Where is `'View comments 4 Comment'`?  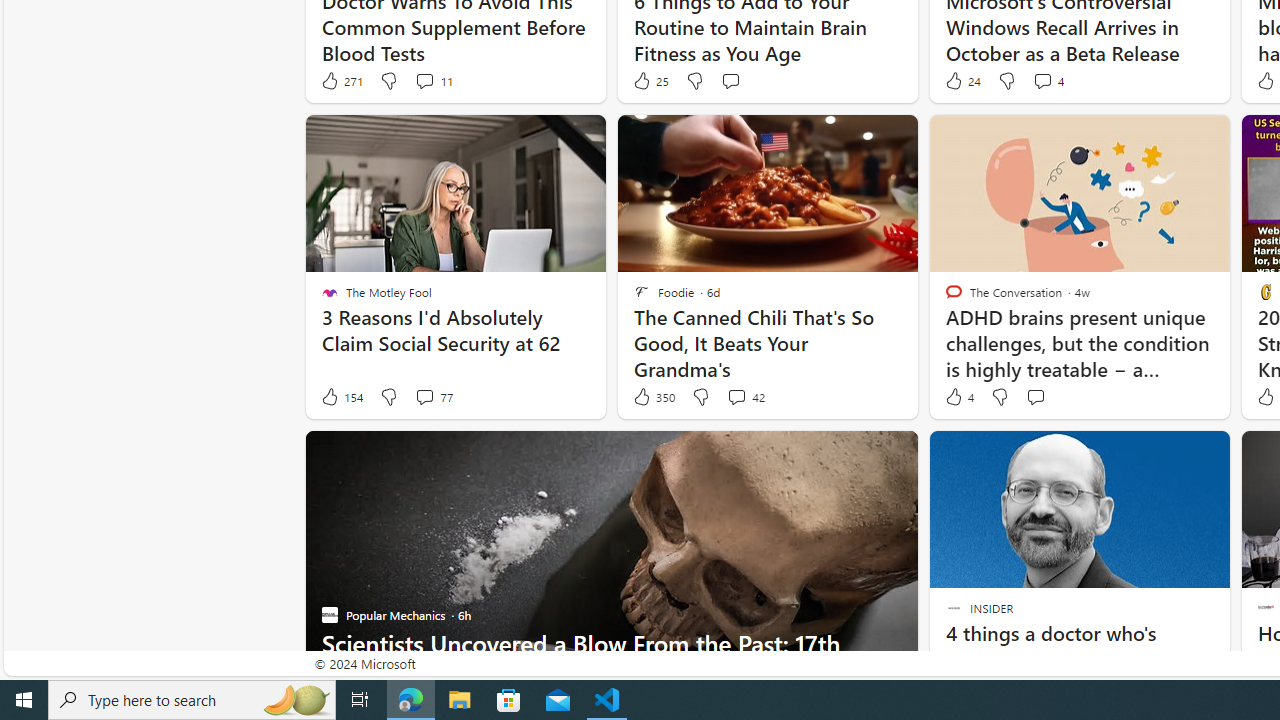
'View comments 4 Comment' is located at coordinates (1041, 80).